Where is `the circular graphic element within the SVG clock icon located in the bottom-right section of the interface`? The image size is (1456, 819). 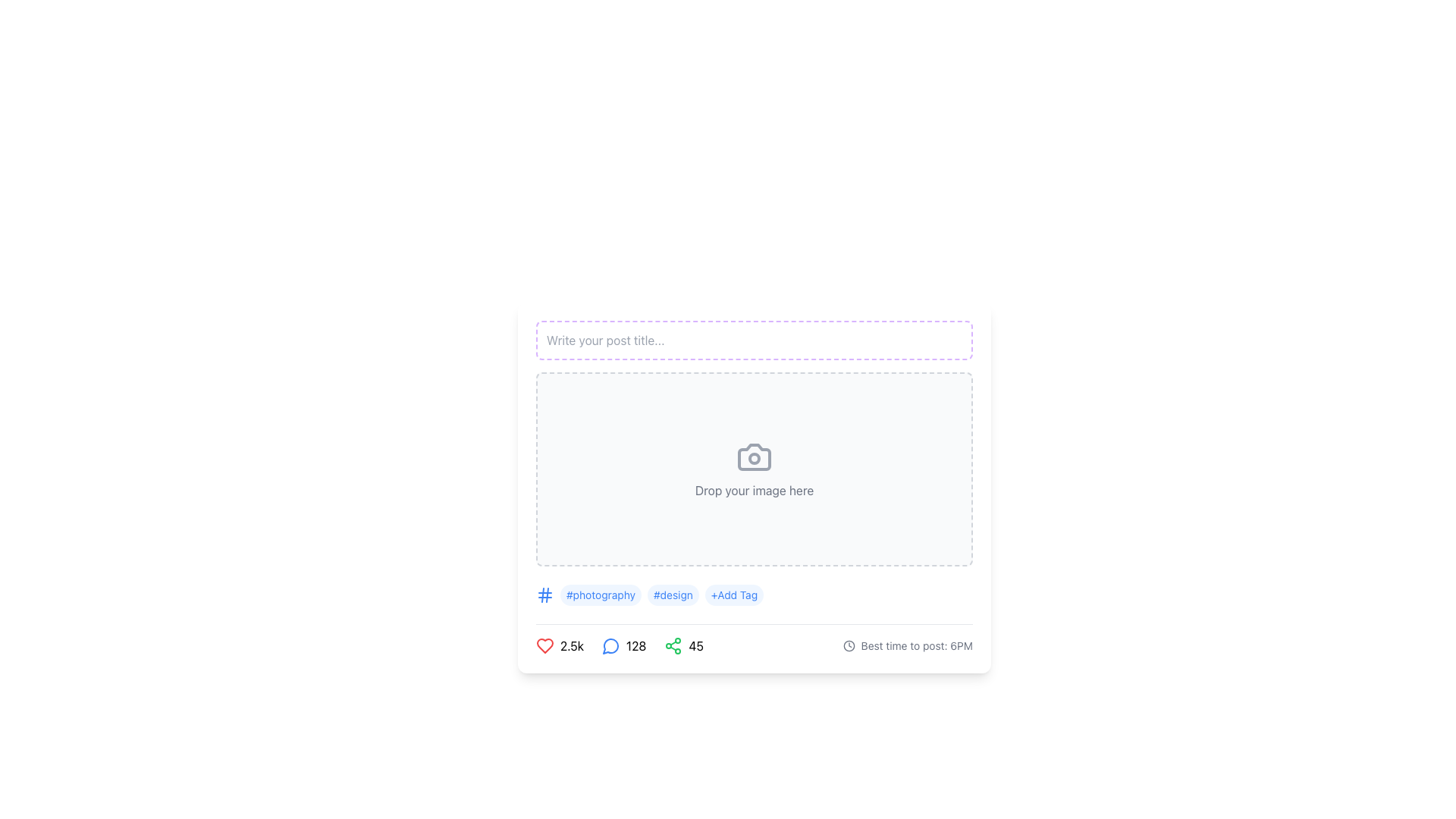 the circular graphic element within the SVG clock icon located in the bottom-right section of the interface is located at coordinates (848, 646).